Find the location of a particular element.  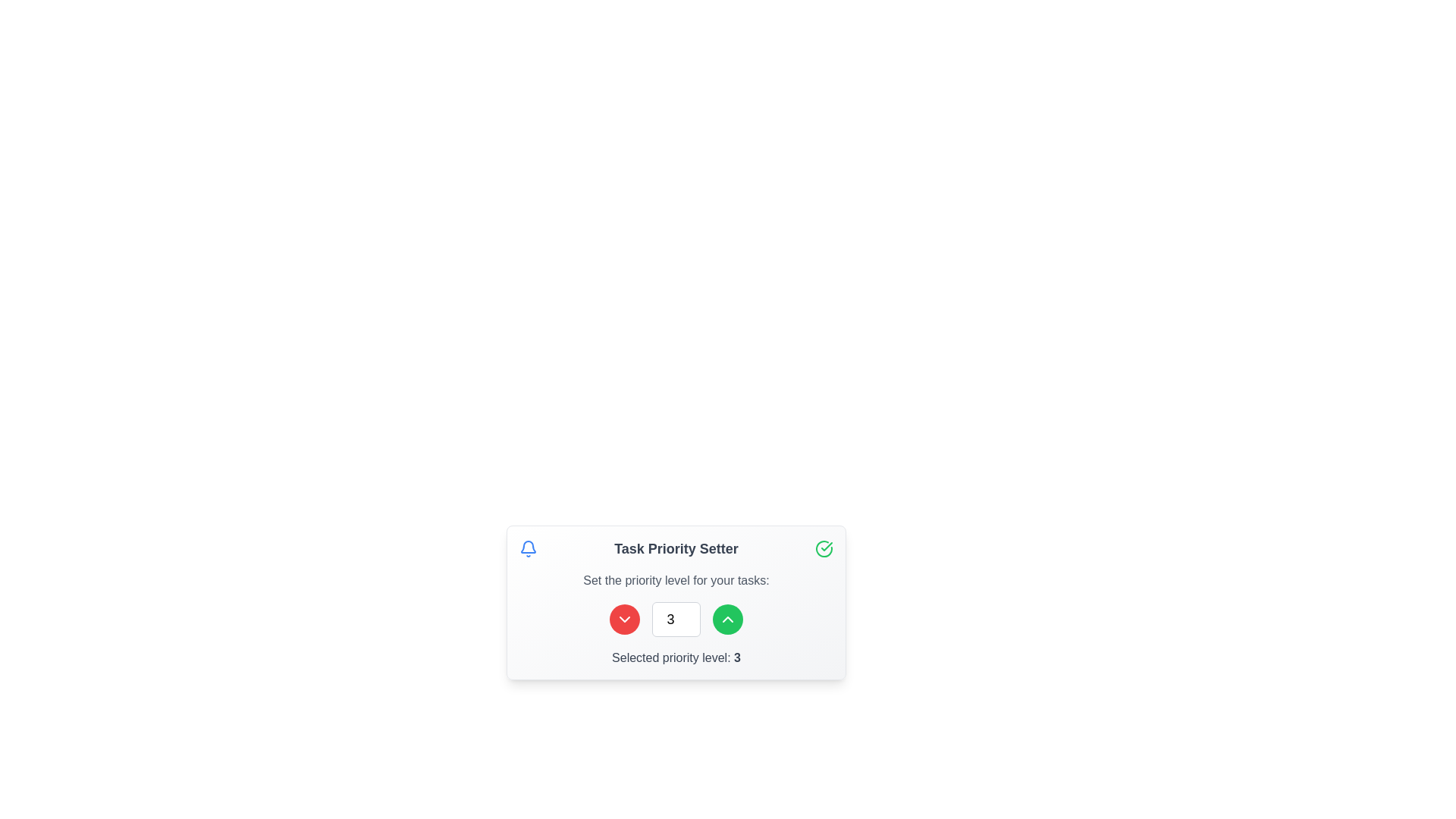

the green circular icon with a checkmark inside that is positioned at the far-right side of the 'Task Priority Setter' card is located at coordinates (823, 549).